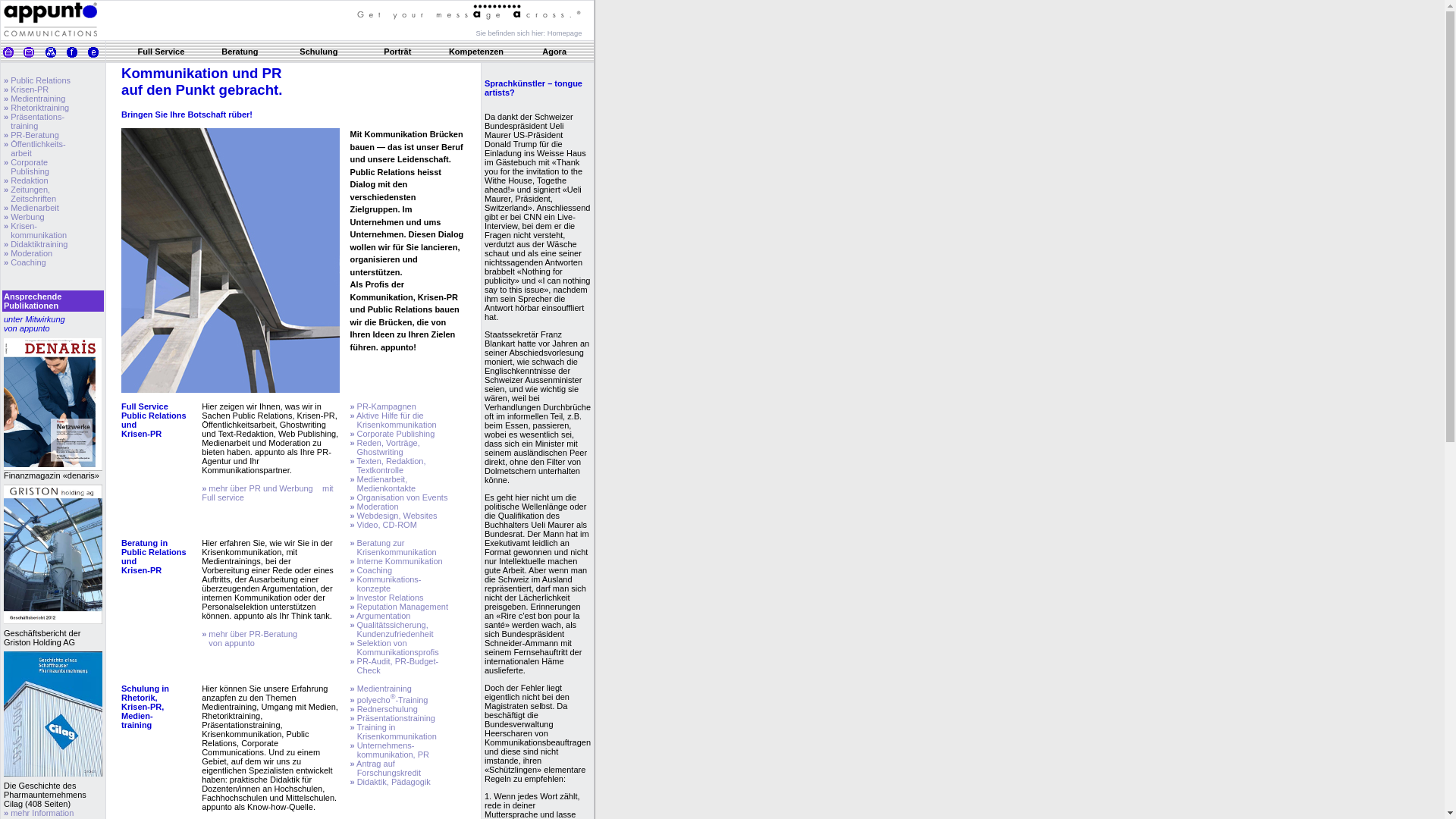 The width and height of the screenshot is (1456, 819). What do you see at coordinates (542, 51) in the screenshot?
I see `'Agora'` at bounding box center [542, 51].